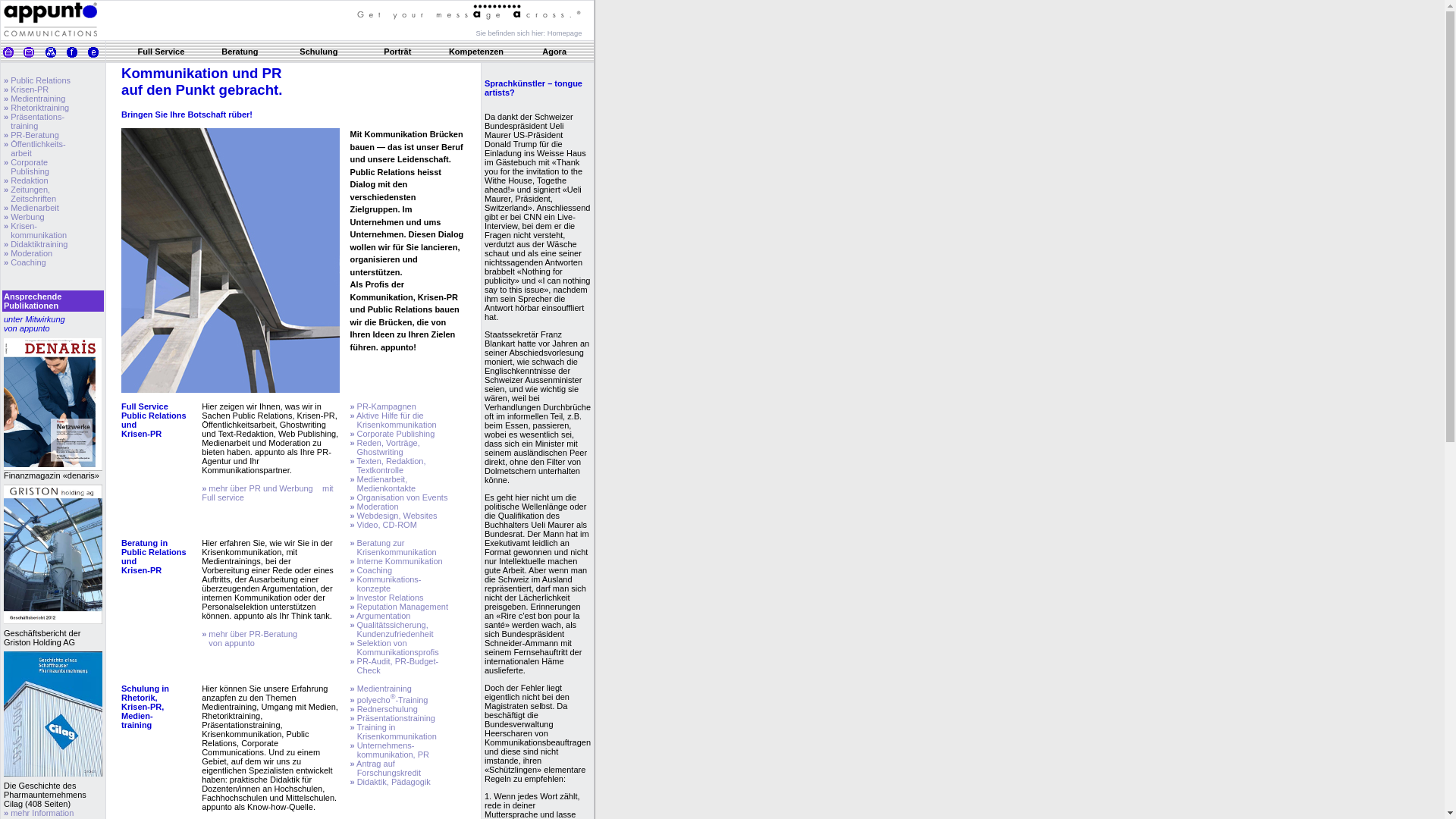 The width and height of the screenshot is (1456, 819). What do you see at coordinates (542, 51) in the screenshot?
I see `'Agora'` at bounding box center [542, 51].